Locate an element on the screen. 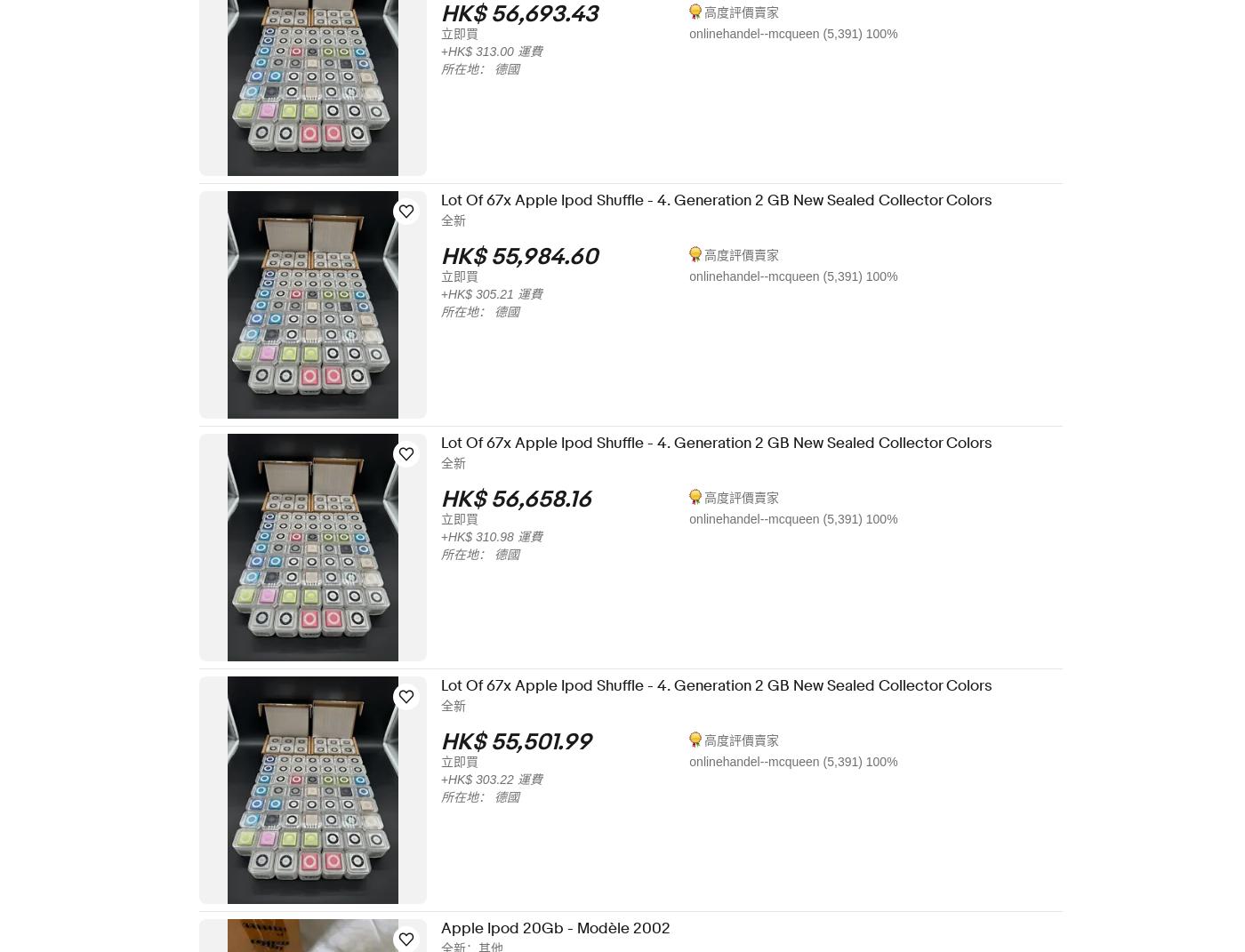  '+HK$ 310.98 運費' is located at coordinates (503, 537).